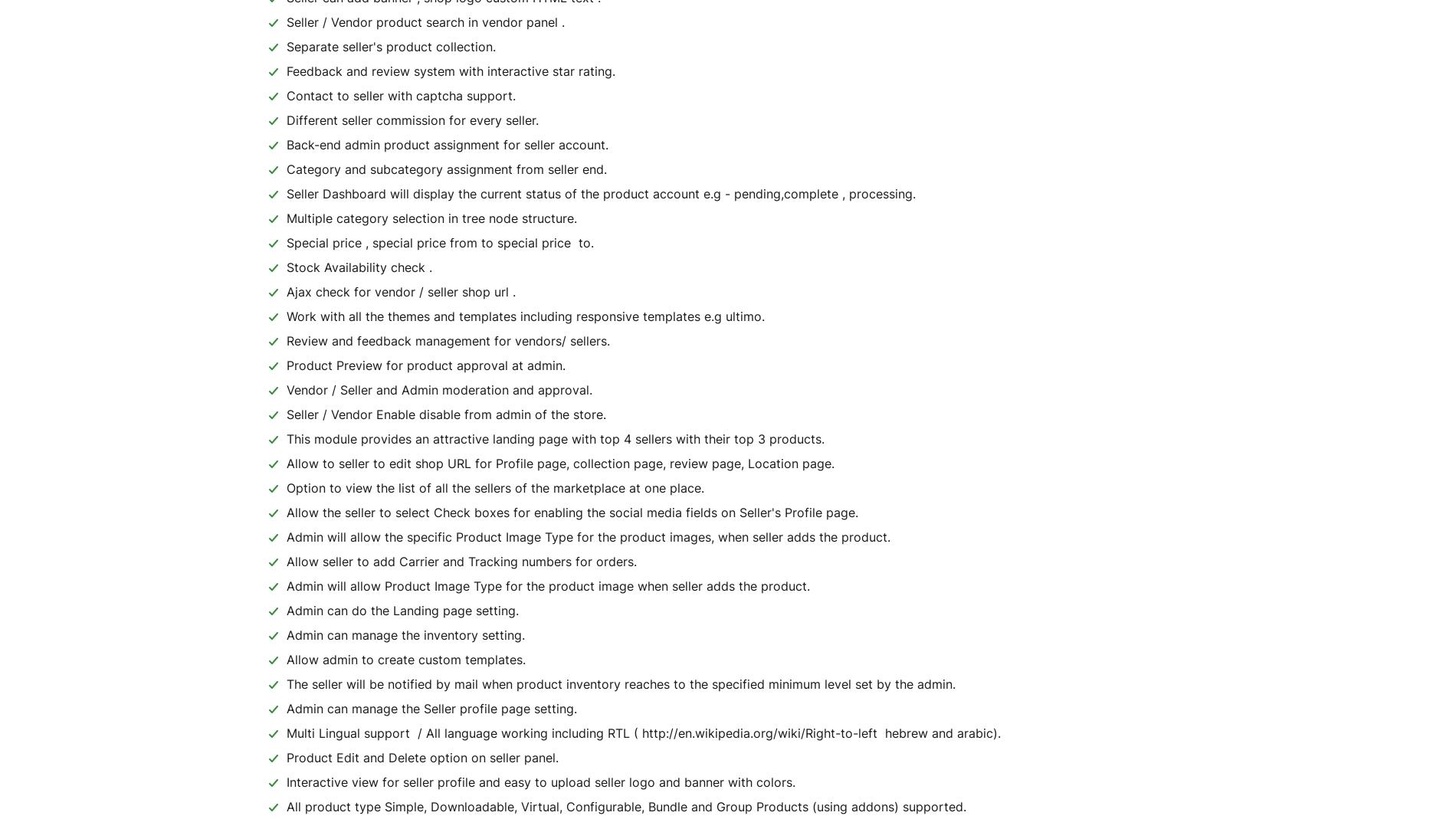  What do you see at coordinates (625, 806) in the screenshot?
I see `'All product type Simple, Downloadable, Virtual, Configurable, Bundle and Group Products (using addons) supported.'` at bounding box center [625, 806].